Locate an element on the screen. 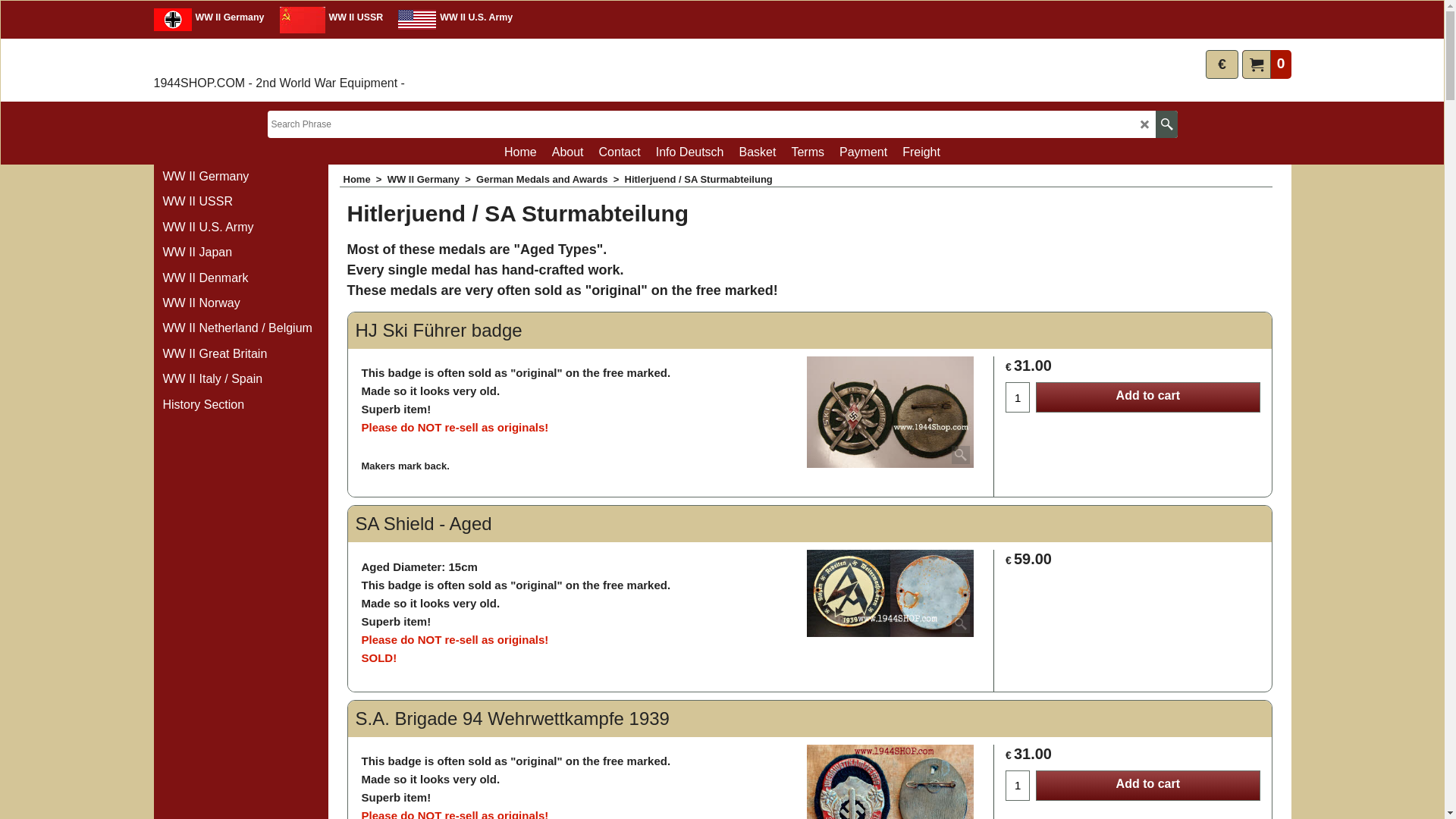 The image size is (1456, 819). 'Find' is located at coordinates (1166, 124).